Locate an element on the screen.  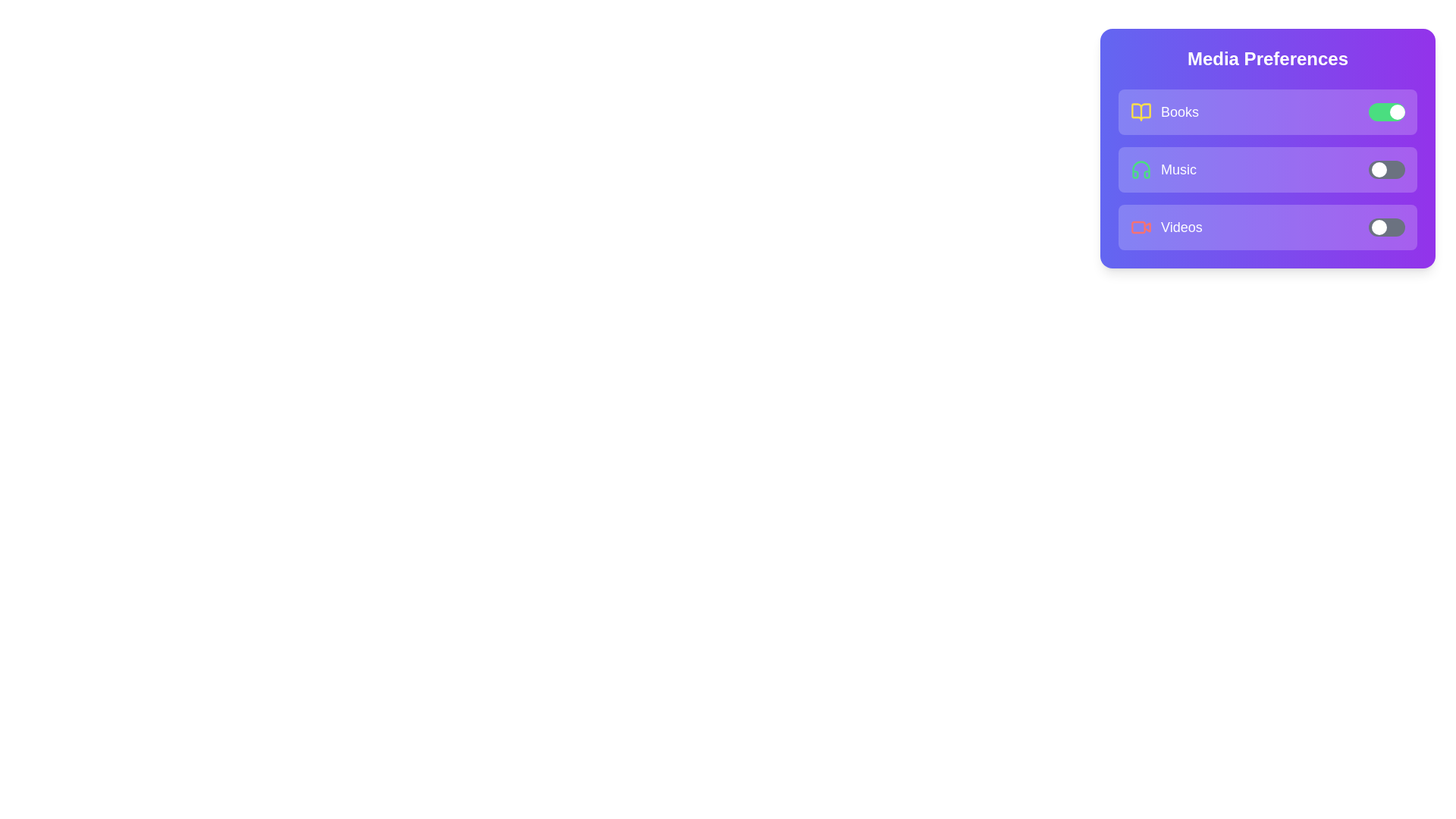
the 'Music' icon located on the purple 'Media Preferences' card, which is the second icon in the list of media types between 'Books' and 'Videos' is located at coordinates (1141, 169).